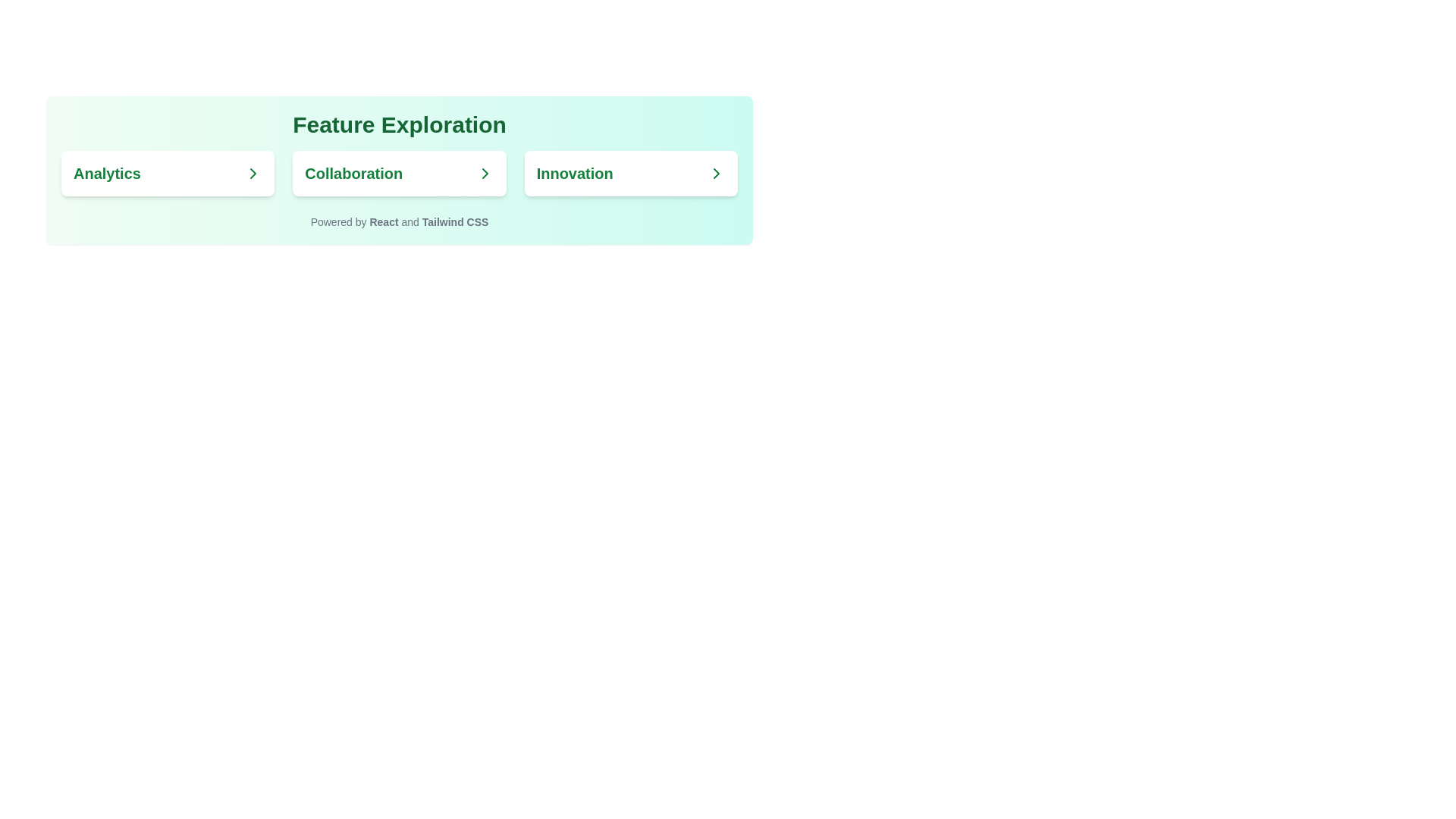  I want to click on the third chevron icon located centrally within the 'Innovation' button, so click(716, 172).